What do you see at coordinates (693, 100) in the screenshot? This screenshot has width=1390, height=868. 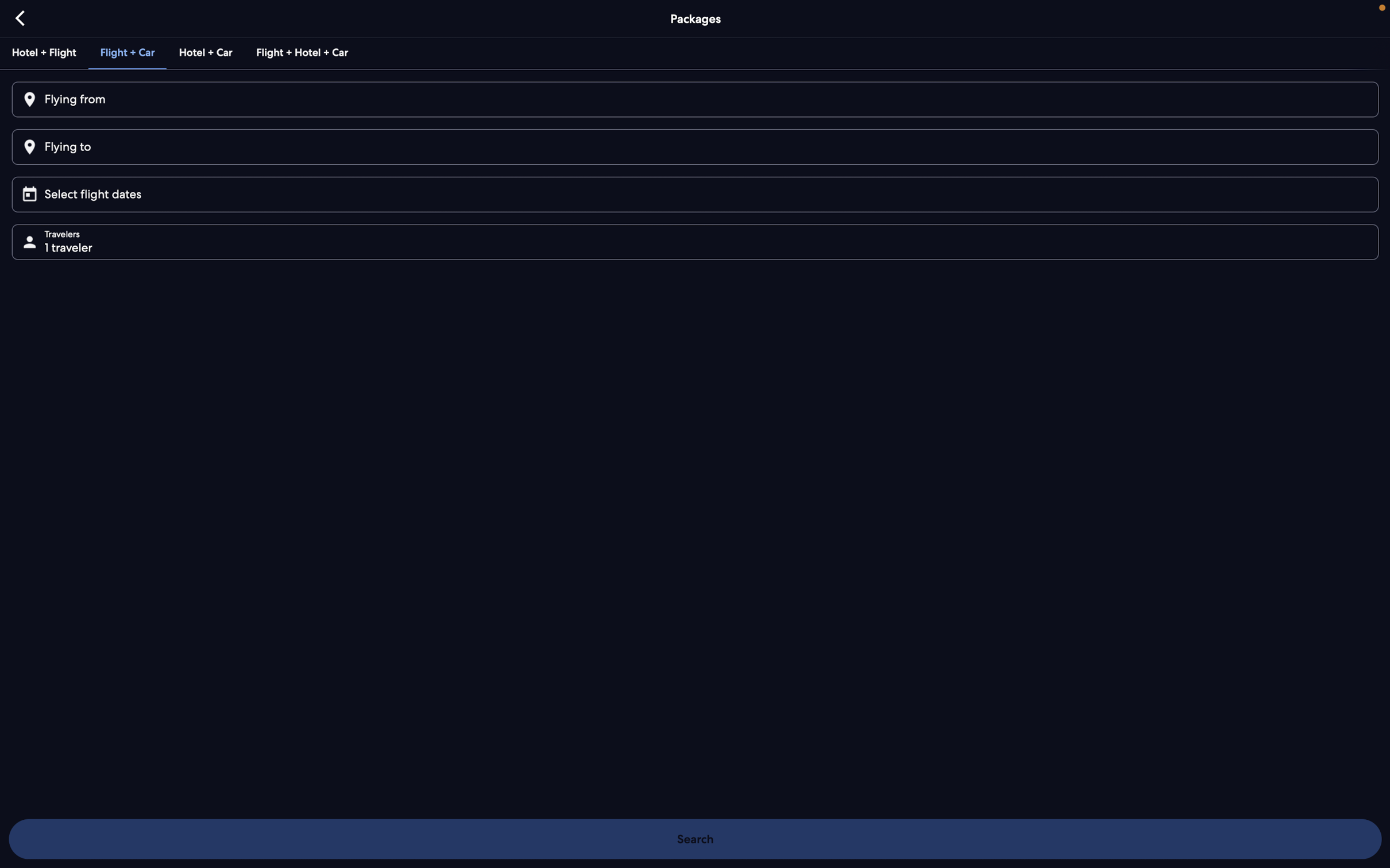 I see `and type "New Delhi" in the departure field` at bounding box center [693, 100].